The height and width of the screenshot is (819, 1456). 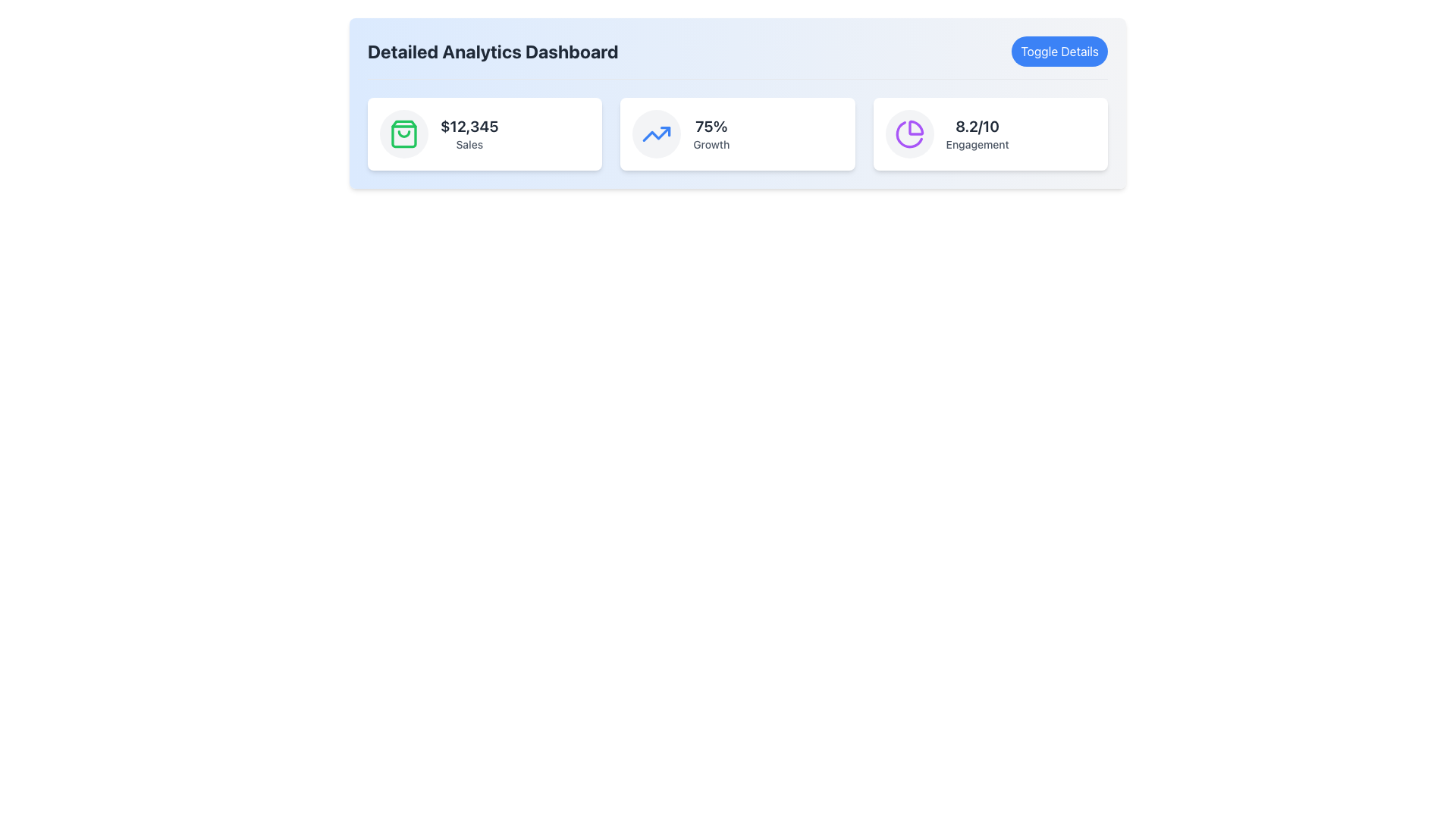 What do you see at coordinates (657, 133) in the screenshot?
I see `the growth icon element located next to the '75% Growth' text in the dashboard, which serves as a visual representation of an increase in a specific metric` at bounding box center [657, 133].